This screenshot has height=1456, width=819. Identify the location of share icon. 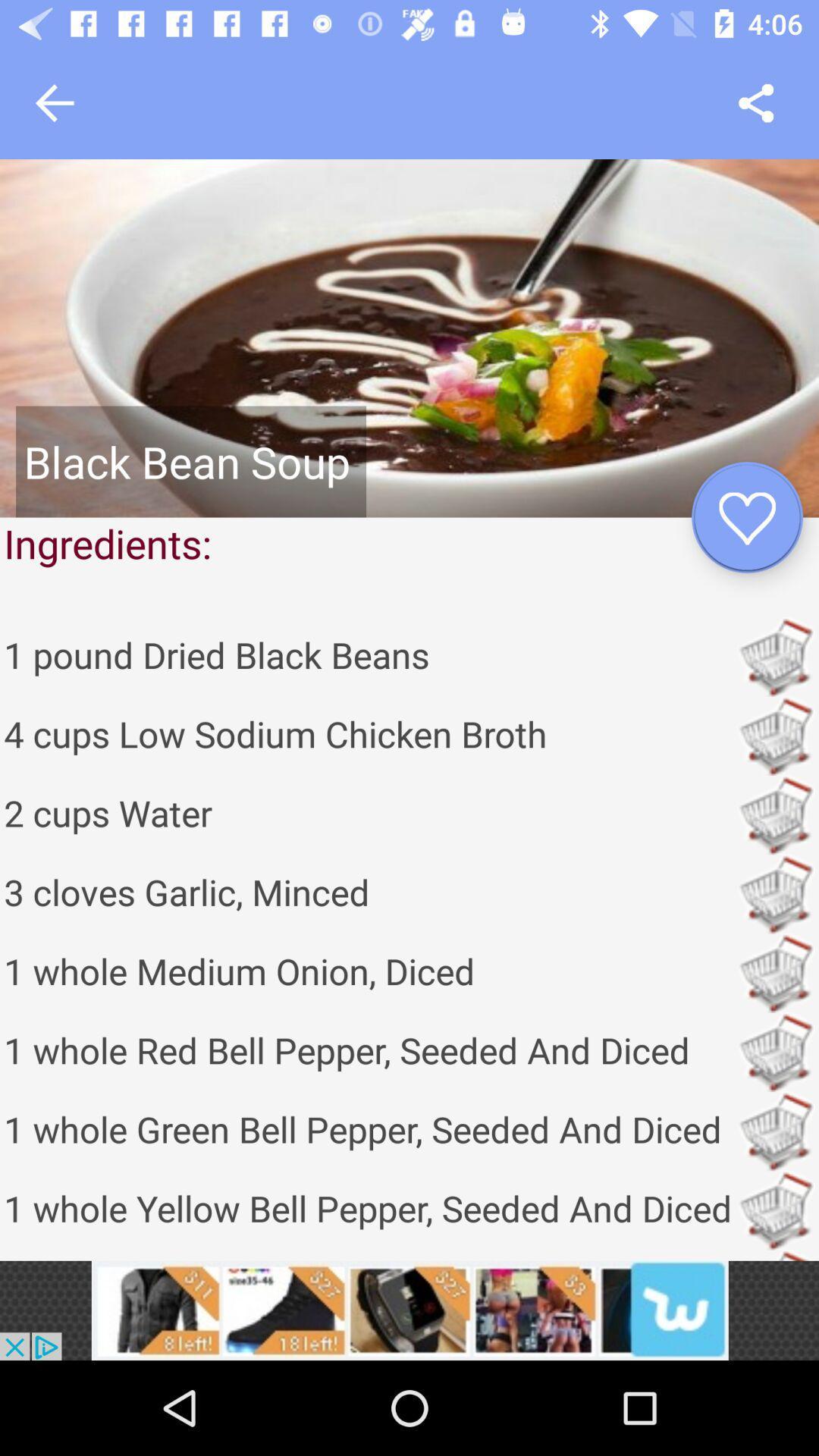
(756, 102).